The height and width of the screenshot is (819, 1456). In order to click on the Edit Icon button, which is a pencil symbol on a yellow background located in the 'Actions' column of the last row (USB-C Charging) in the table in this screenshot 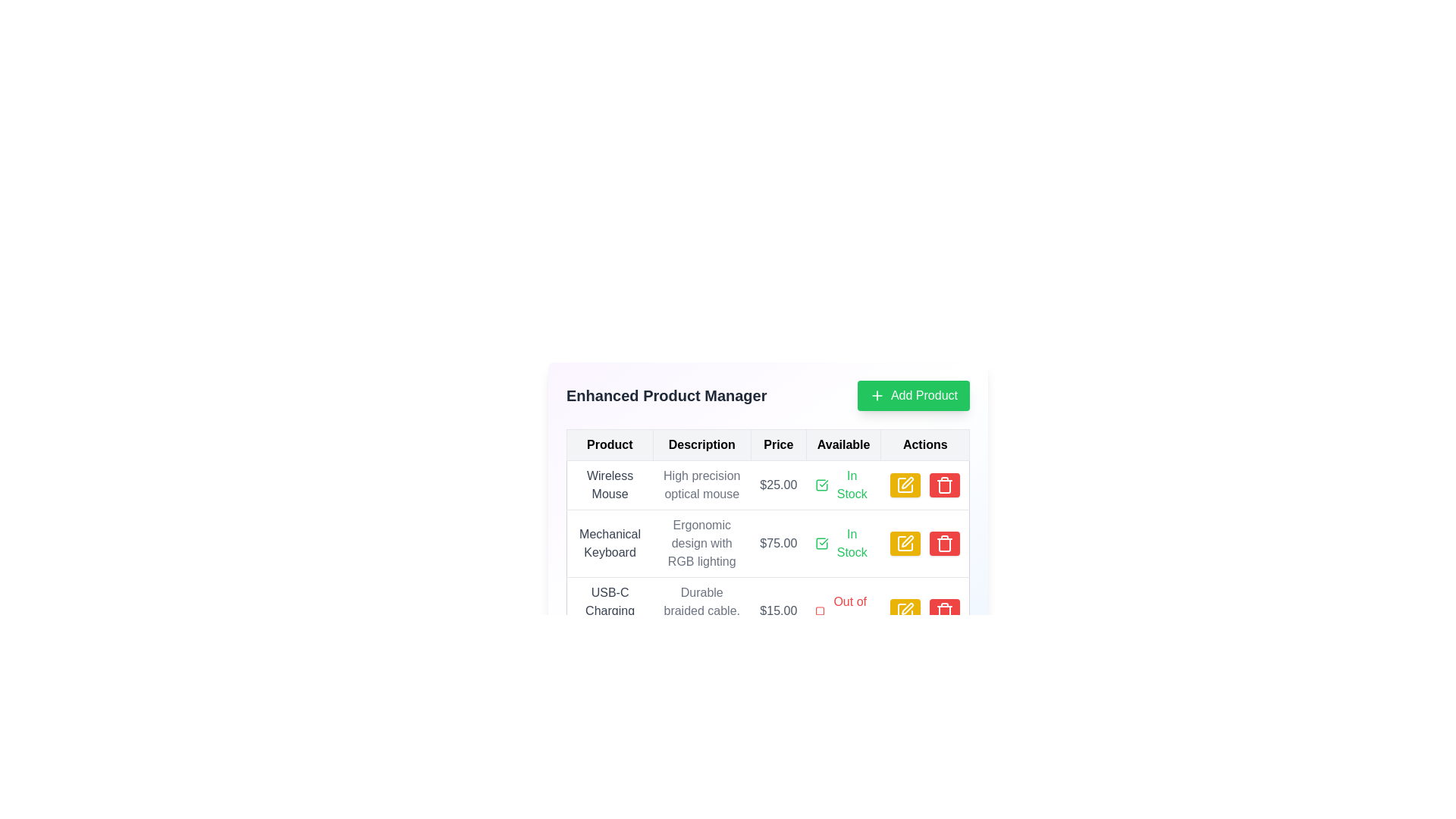, I will do `click(905, 610)`.